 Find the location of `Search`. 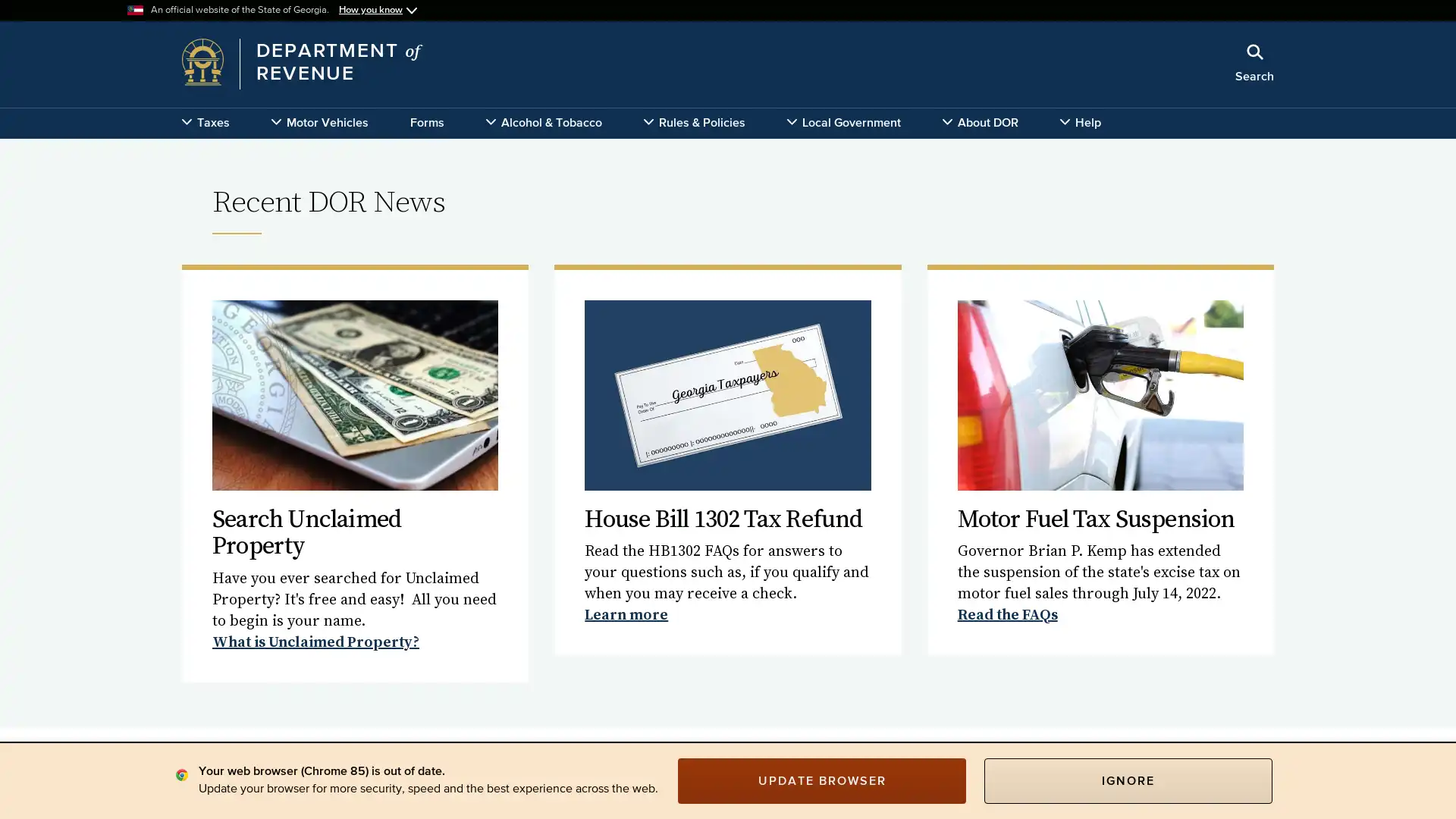

Search is located at coordinates (1193, 213).